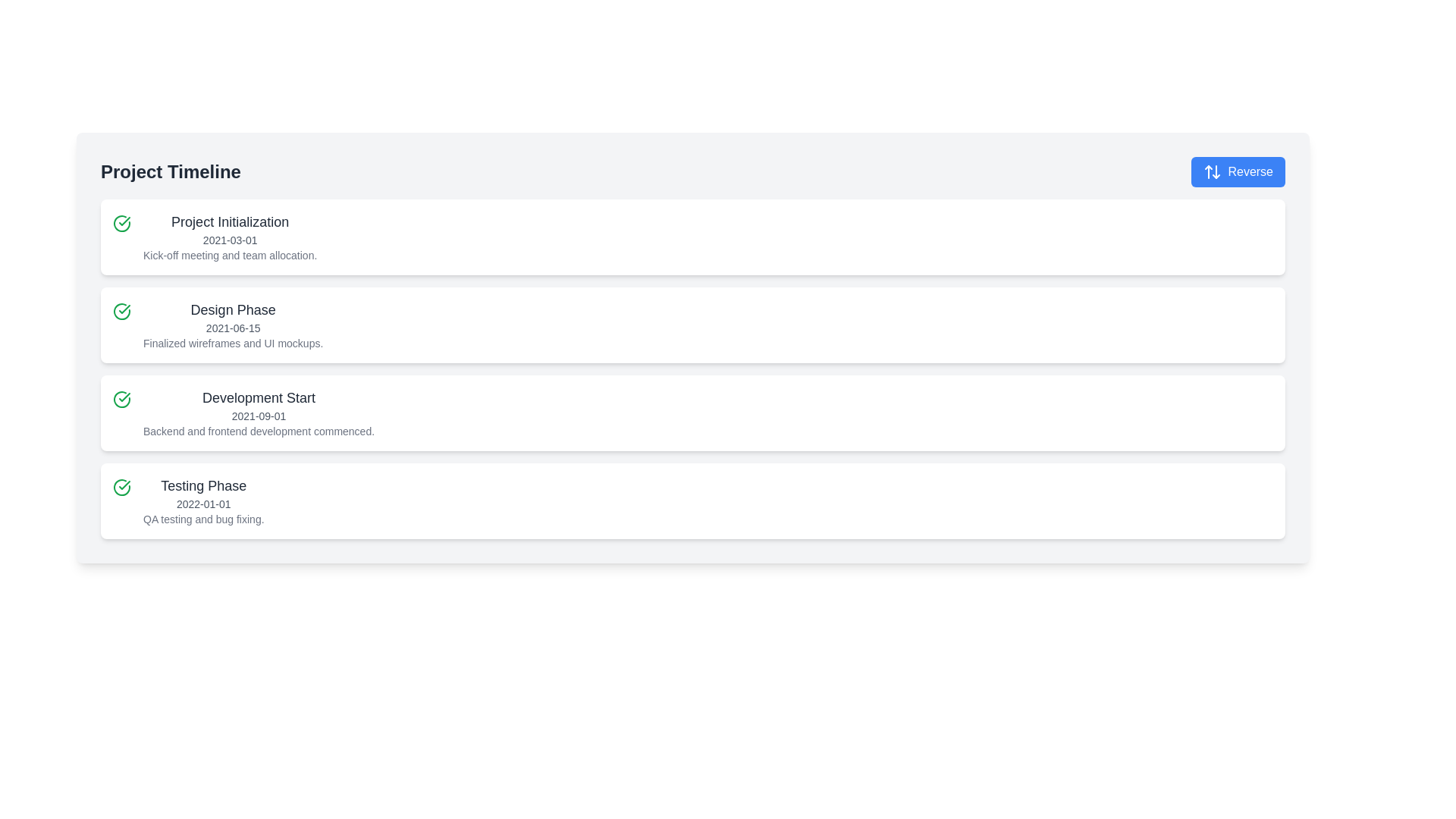 This screenshot has height=819, width=1456. I want to click on the green checkmark SVG icon that indicates a completed status in the second row of the vertical list of steps, positioned between 'Project Initialization' and 'Development Start', so click(124, 221).